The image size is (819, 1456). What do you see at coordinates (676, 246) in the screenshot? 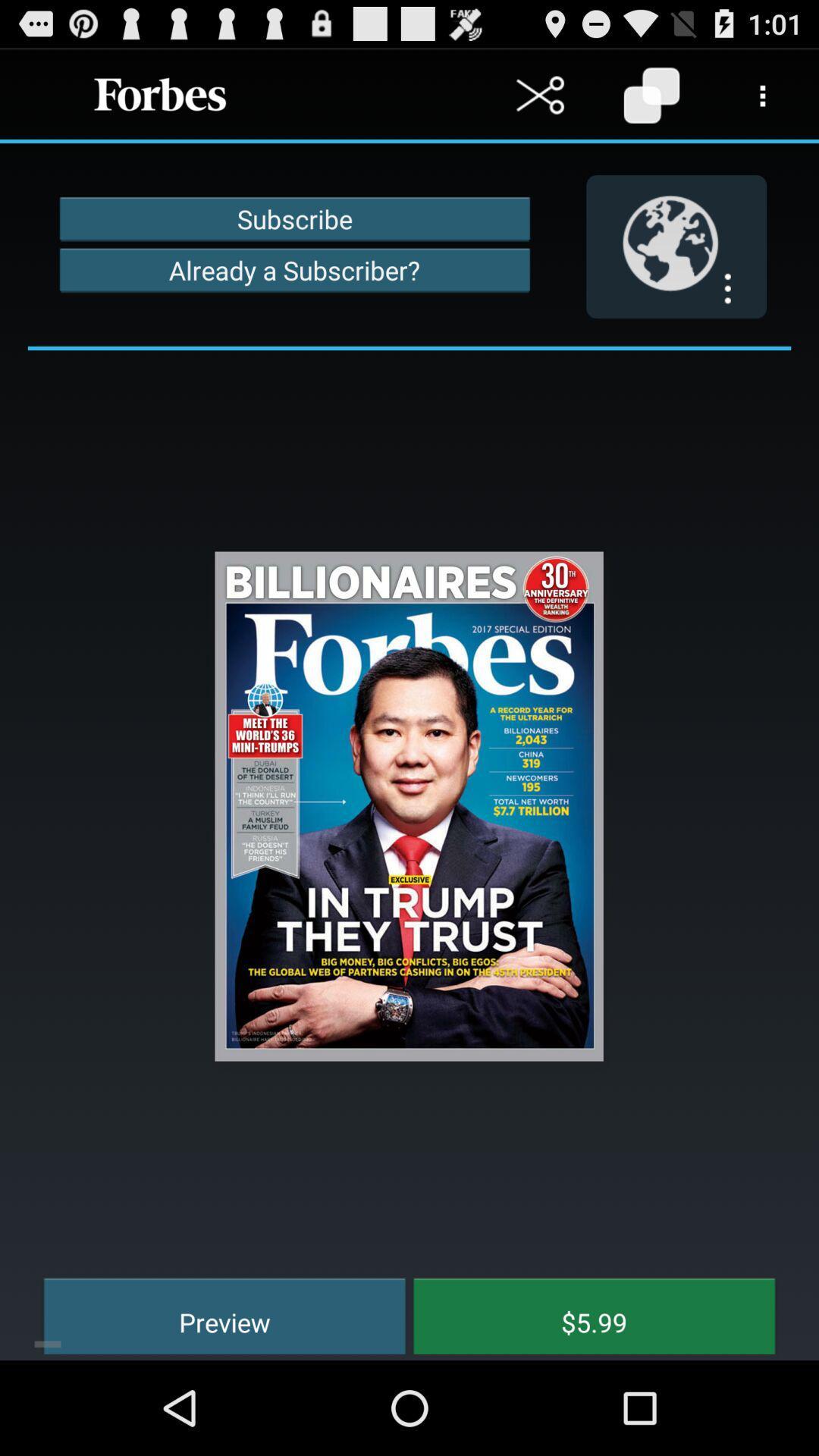
I see `the icon to the right of the subscribe` at bounding box center [676, 246].